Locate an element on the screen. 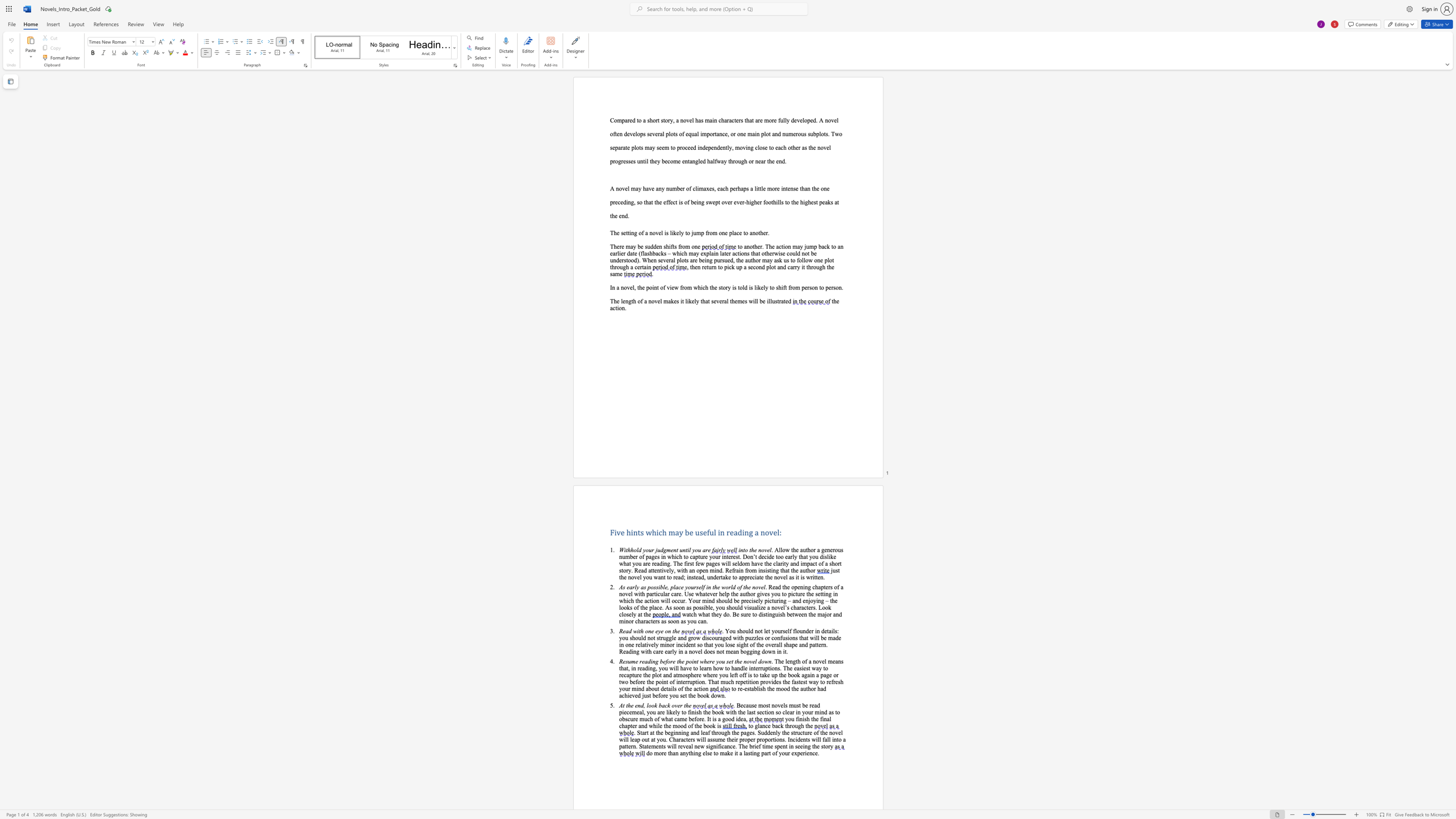  the subset text "separate plots may s" within the text "subplots. Two separate plots may seem to" is located at coordinates (610, 147).